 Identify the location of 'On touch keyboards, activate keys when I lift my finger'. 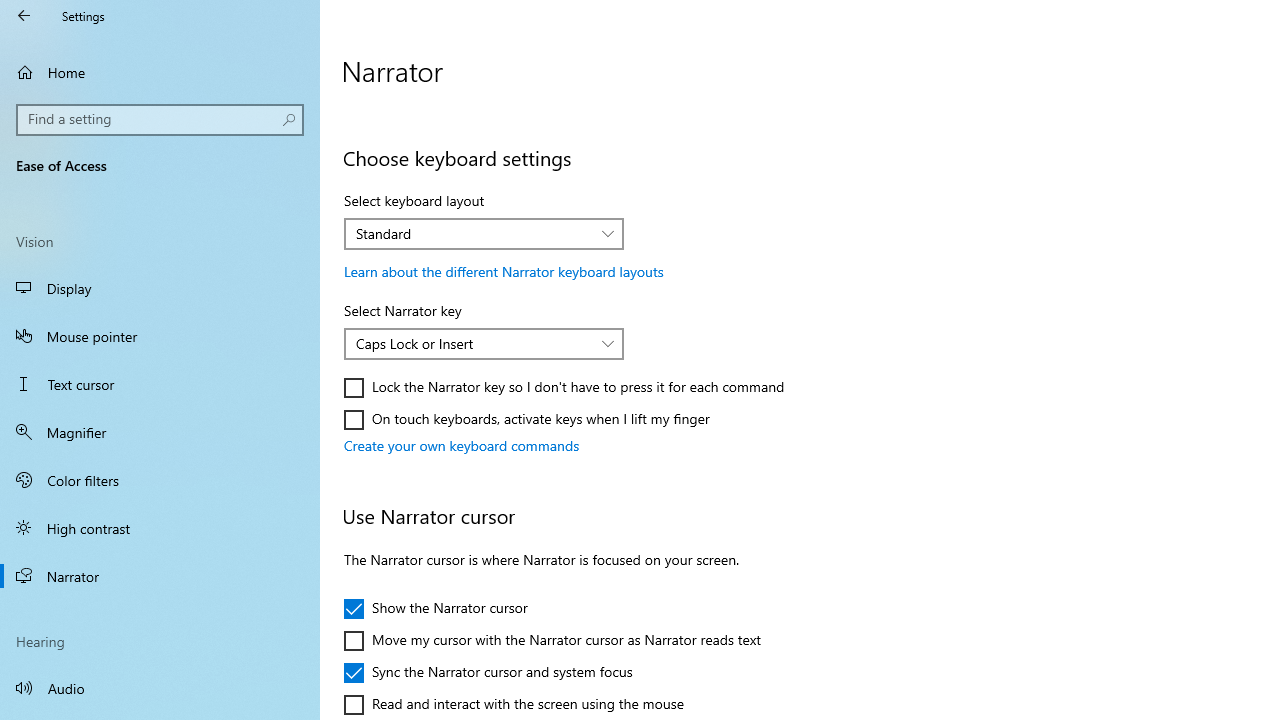
(527, 419).